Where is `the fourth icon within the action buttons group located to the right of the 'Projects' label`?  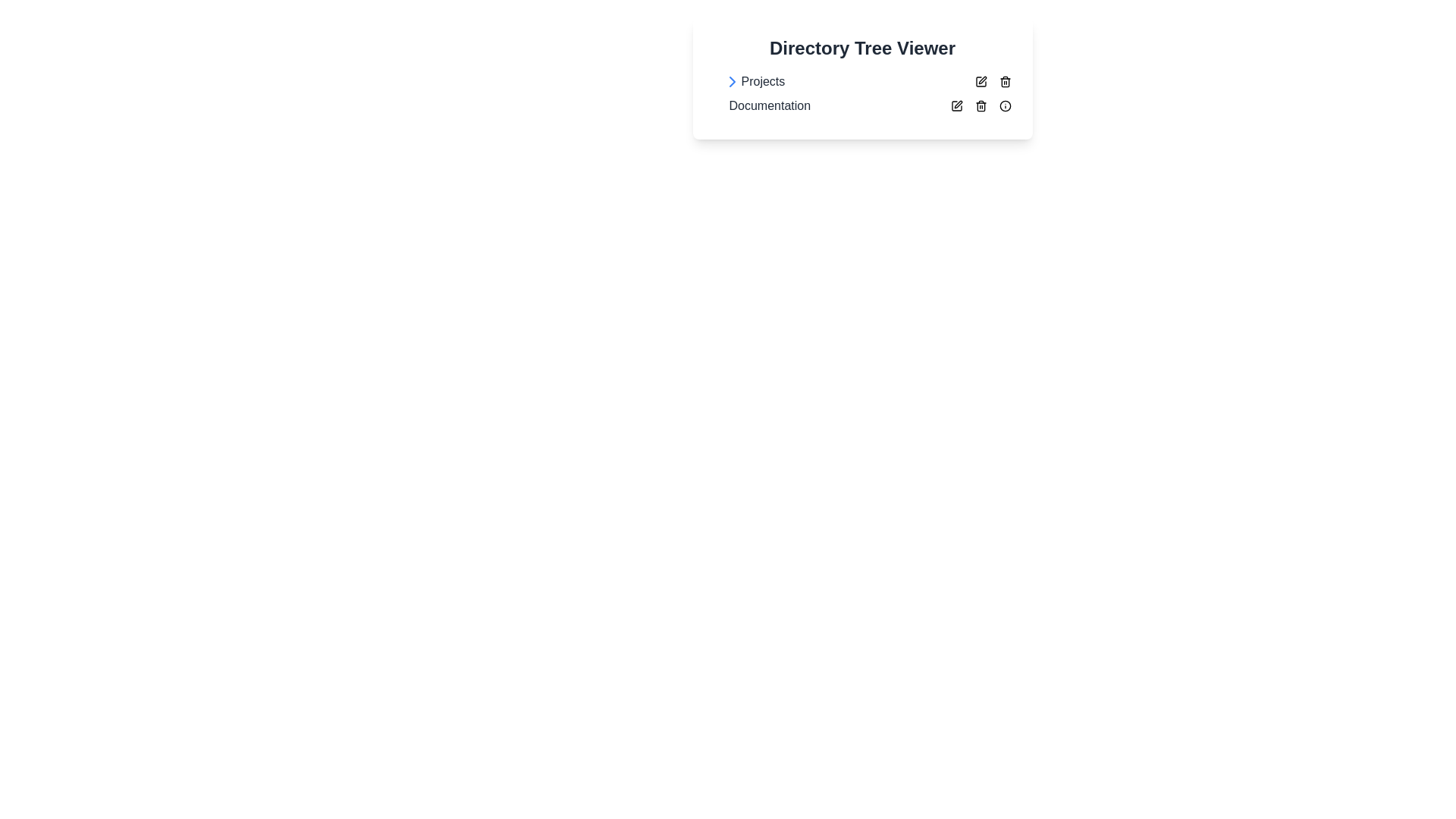 the fourth icon within the action buttons group located to the right of the 'Projects' label is located at coordinates (993, 82).